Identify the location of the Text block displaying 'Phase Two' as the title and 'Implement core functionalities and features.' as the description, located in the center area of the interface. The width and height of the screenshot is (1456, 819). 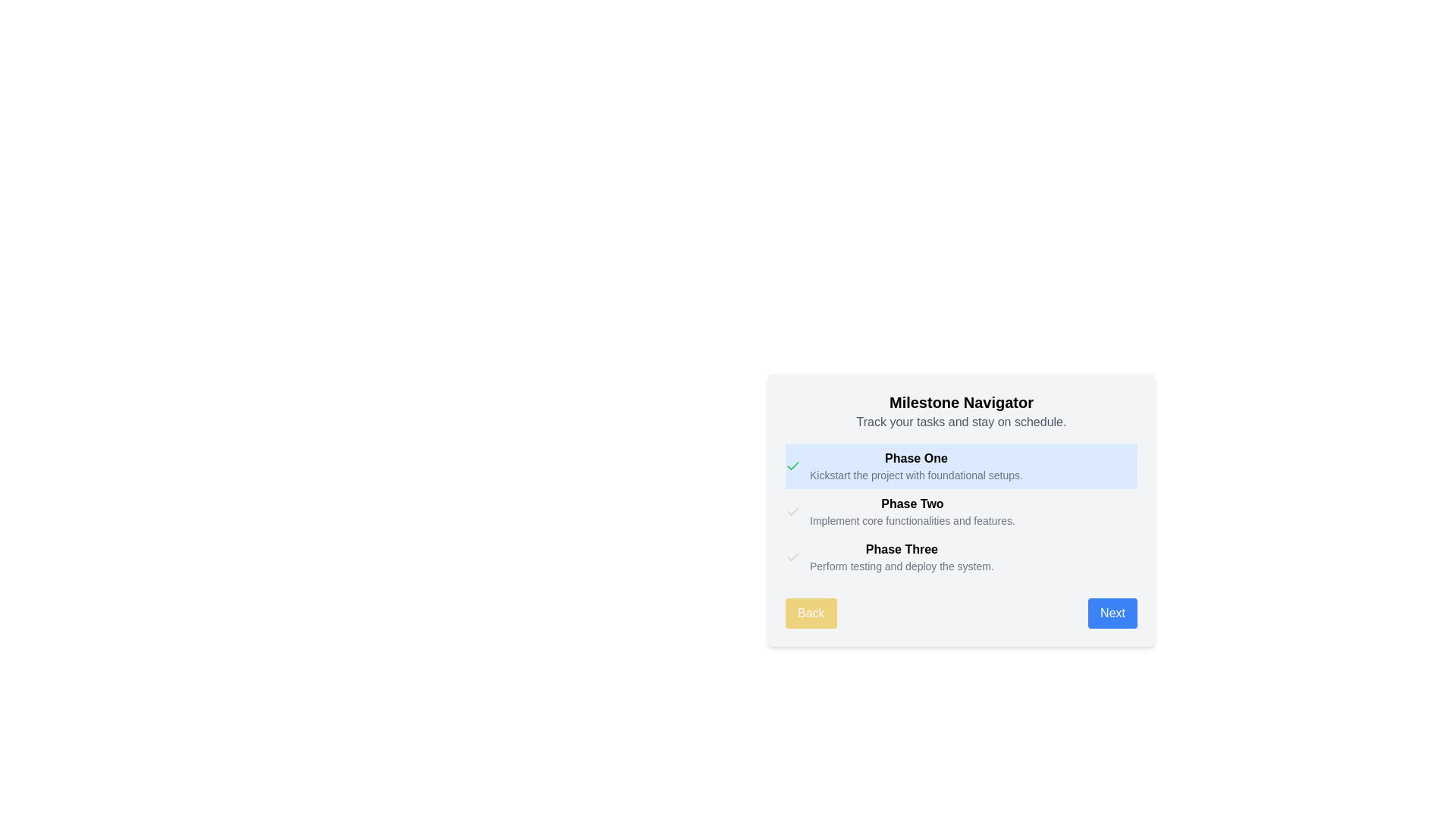
(912, 512).